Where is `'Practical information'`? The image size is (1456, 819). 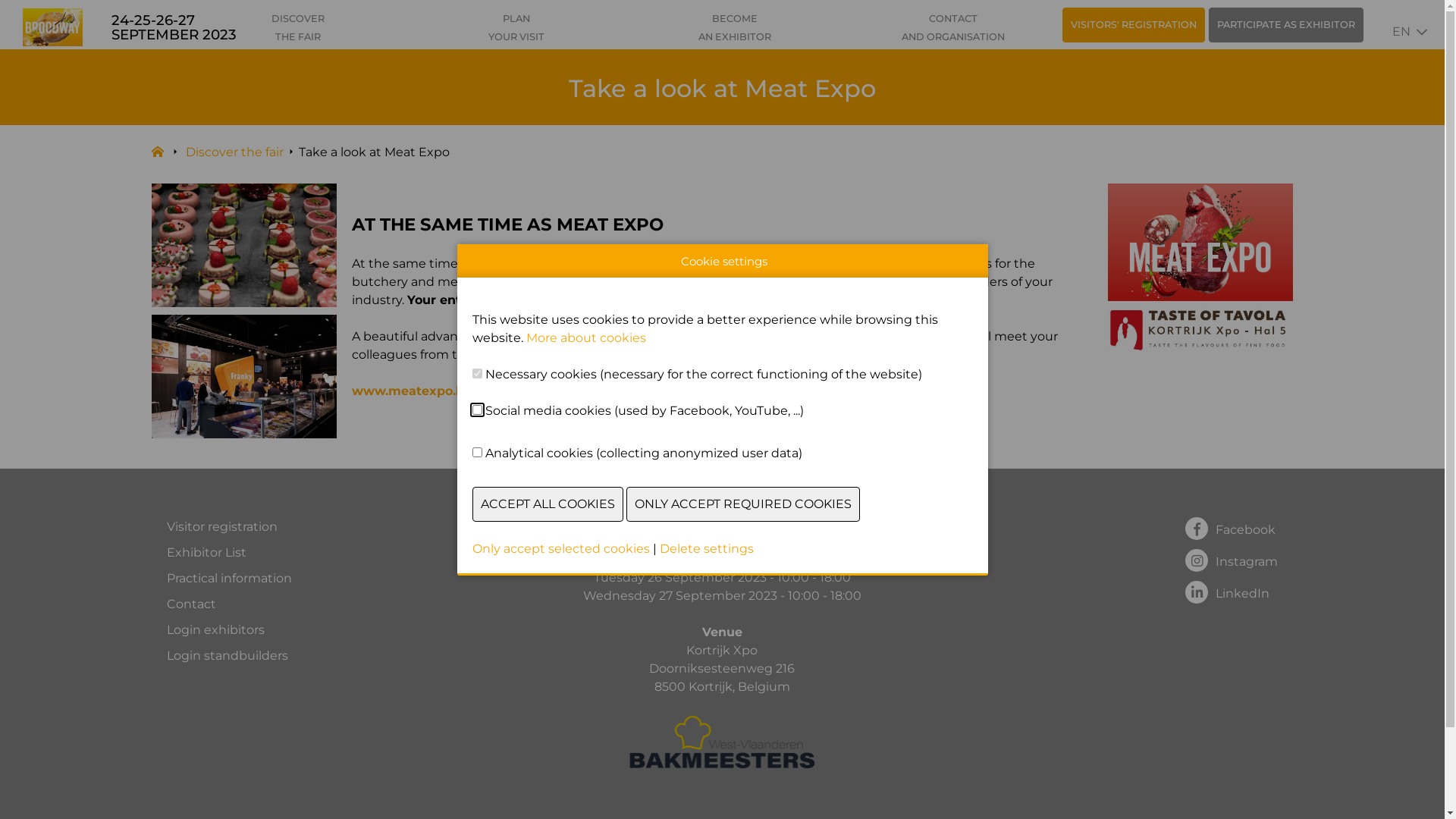
'Practical information' is located at coordinates (228, 579).